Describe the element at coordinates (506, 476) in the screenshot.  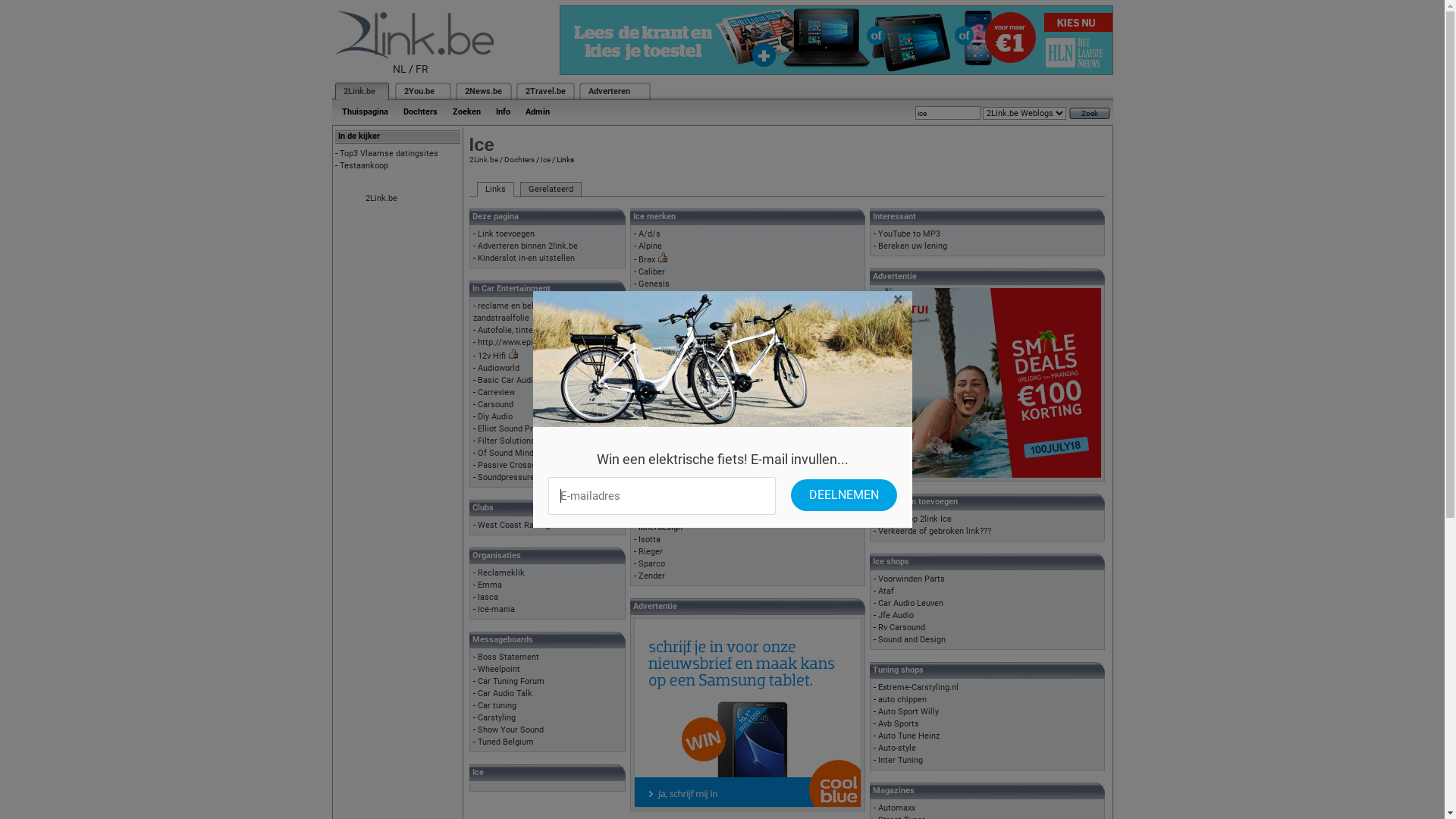
I see `'Soundpressure'` at that location.